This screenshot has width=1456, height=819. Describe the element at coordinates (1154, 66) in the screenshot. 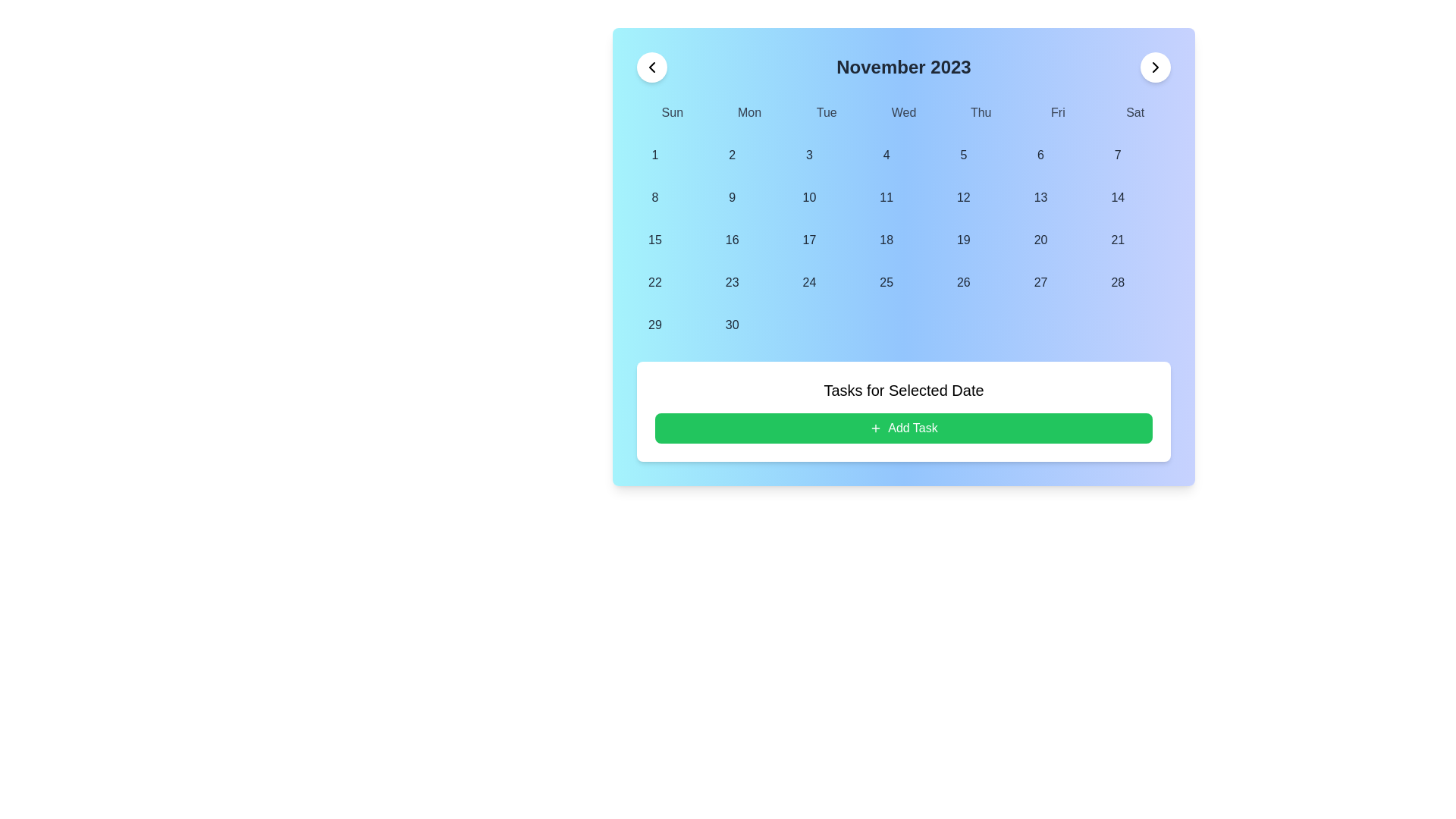

I see `the rightward arrow icon within the circular button at the top-right corner of the calendar interface` at that location.